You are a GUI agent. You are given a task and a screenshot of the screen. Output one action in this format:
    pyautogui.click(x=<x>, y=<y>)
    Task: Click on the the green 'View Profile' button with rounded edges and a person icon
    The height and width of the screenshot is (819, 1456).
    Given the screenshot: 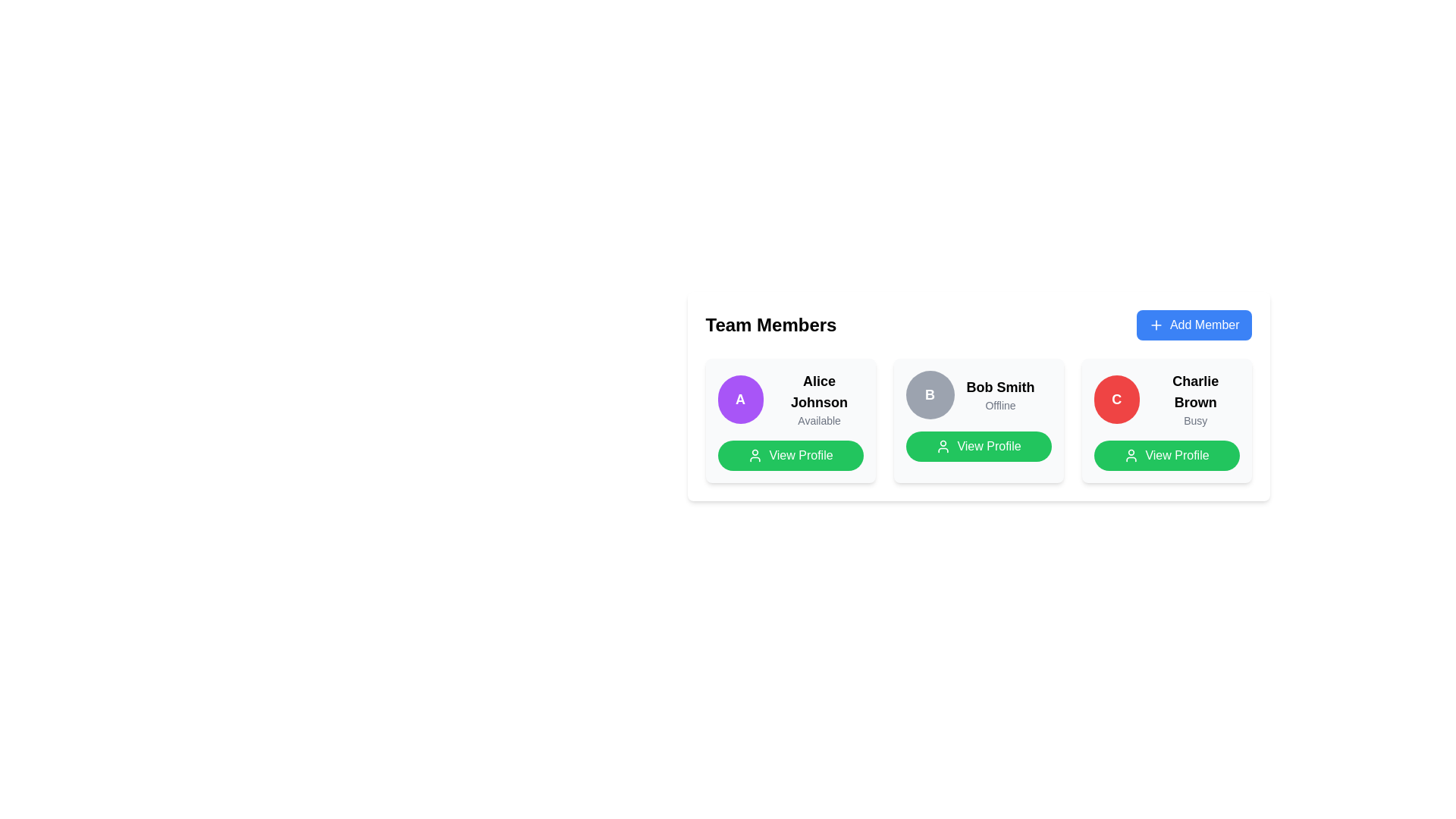 What is the action you would take?
    pyautogui.click(x=978, y=446)
    